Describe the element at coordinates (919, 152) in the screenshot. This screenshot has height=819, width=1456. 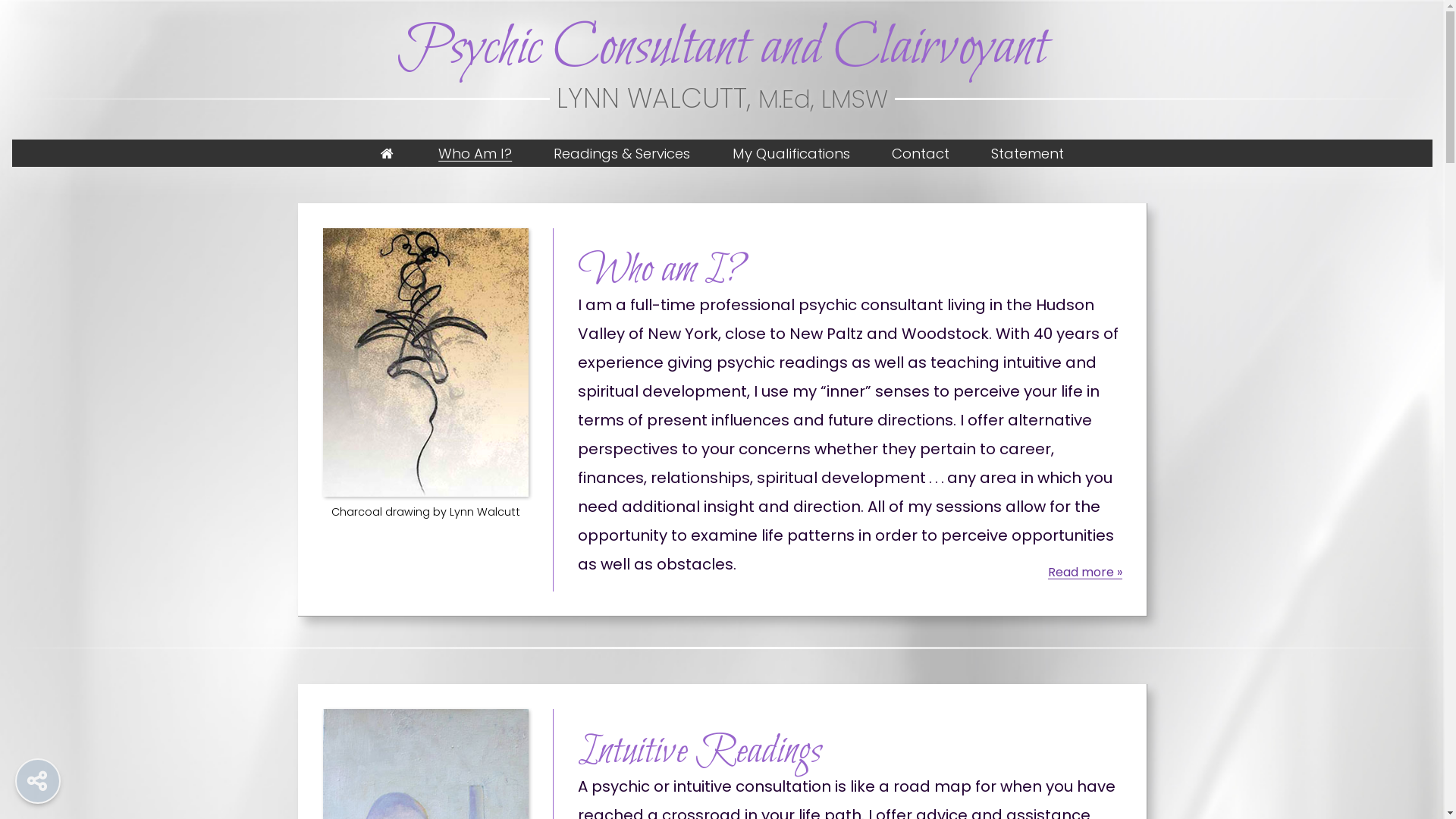
I see `'Contact'` at that location.